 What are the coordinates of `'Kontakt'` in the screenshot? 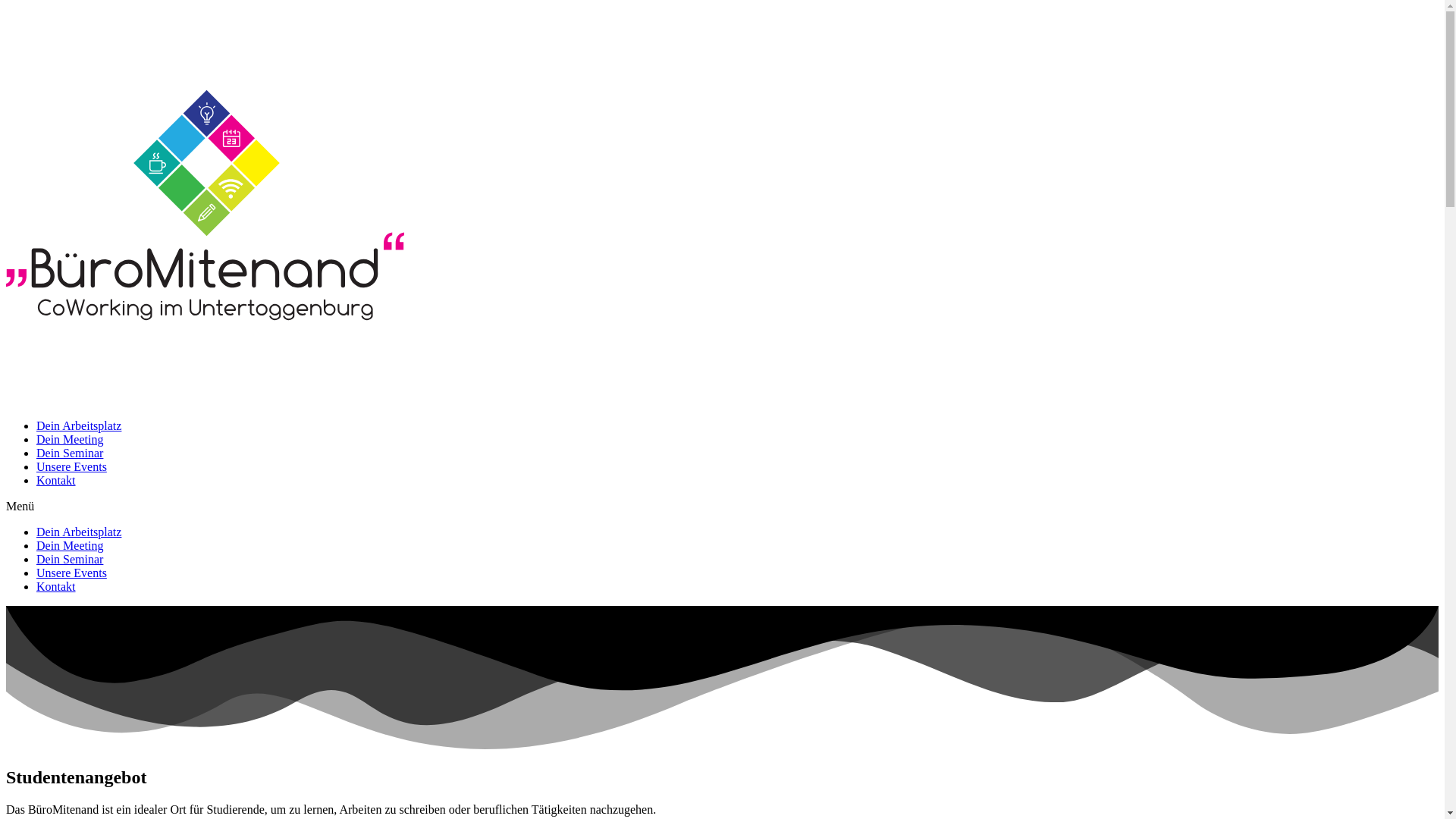 It's located at (55, 585).